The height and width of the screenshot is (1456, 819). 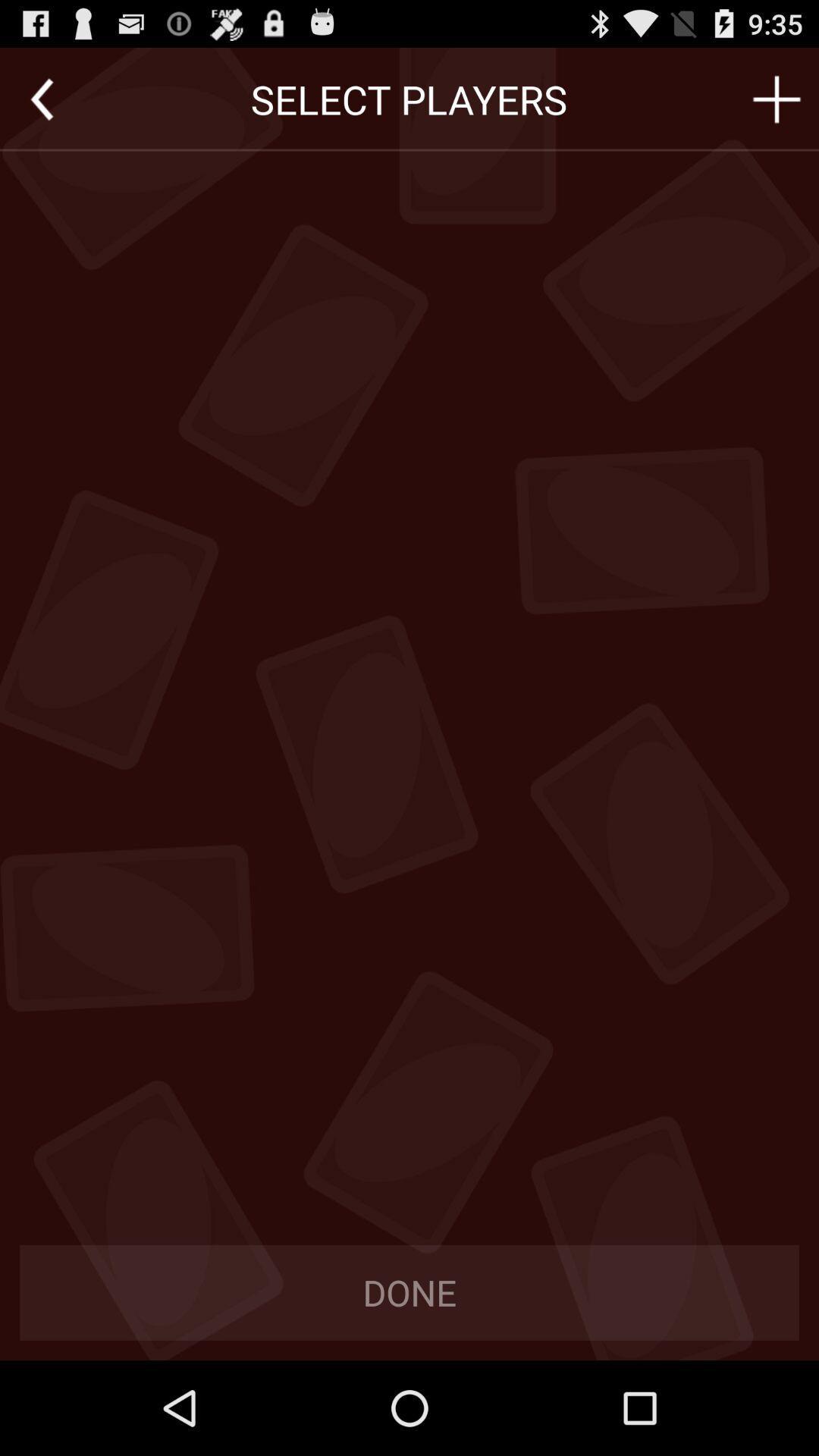 I want to click on the add icon, so click(x=777, y=105).